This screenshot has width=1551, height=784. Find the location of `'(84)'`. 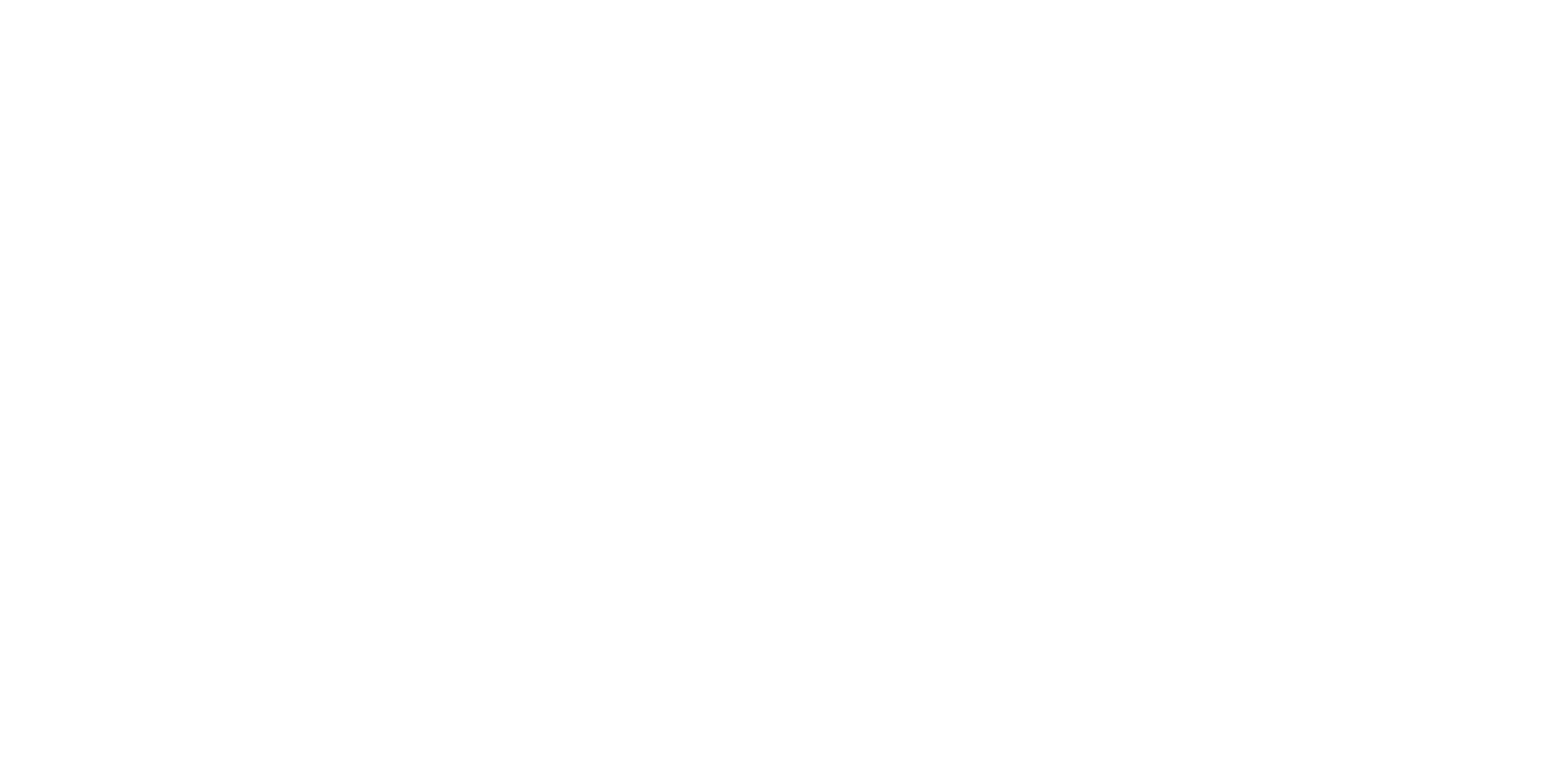

'(84)' is located at coordinates (1087, 34).